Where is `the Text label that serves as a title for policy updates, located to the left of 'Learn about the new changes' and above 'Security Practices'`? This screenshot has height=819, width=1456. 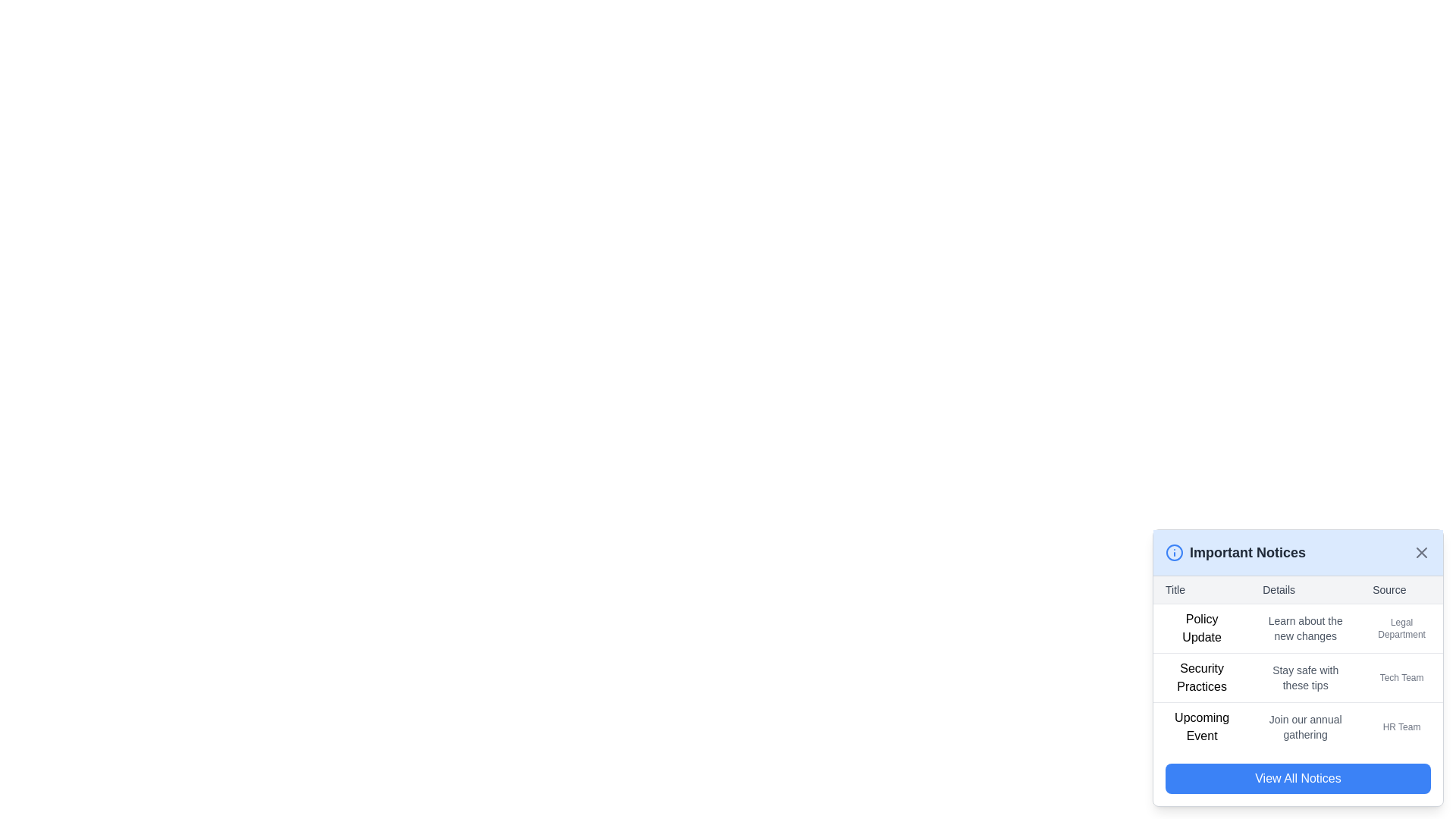
the Text label that serves as a title for policy updates, located to the left of 'Learn about the new changes' and above 'Security Practices' is located at coordinates (1201, 629).